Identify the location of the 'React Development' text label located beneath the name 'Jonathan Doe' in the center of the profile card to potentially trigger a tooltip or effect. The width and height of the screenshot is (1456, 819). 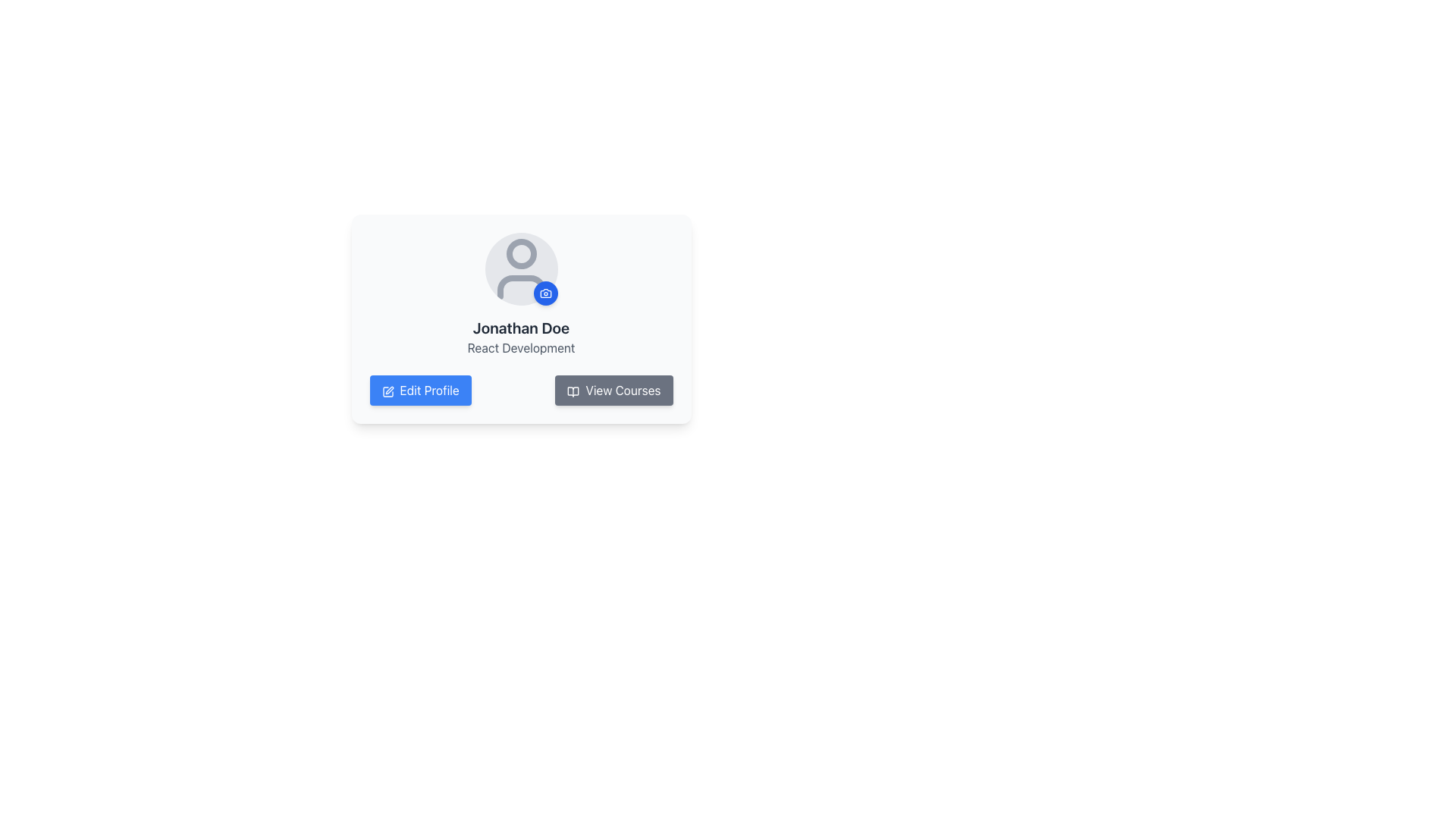
(521, 348).